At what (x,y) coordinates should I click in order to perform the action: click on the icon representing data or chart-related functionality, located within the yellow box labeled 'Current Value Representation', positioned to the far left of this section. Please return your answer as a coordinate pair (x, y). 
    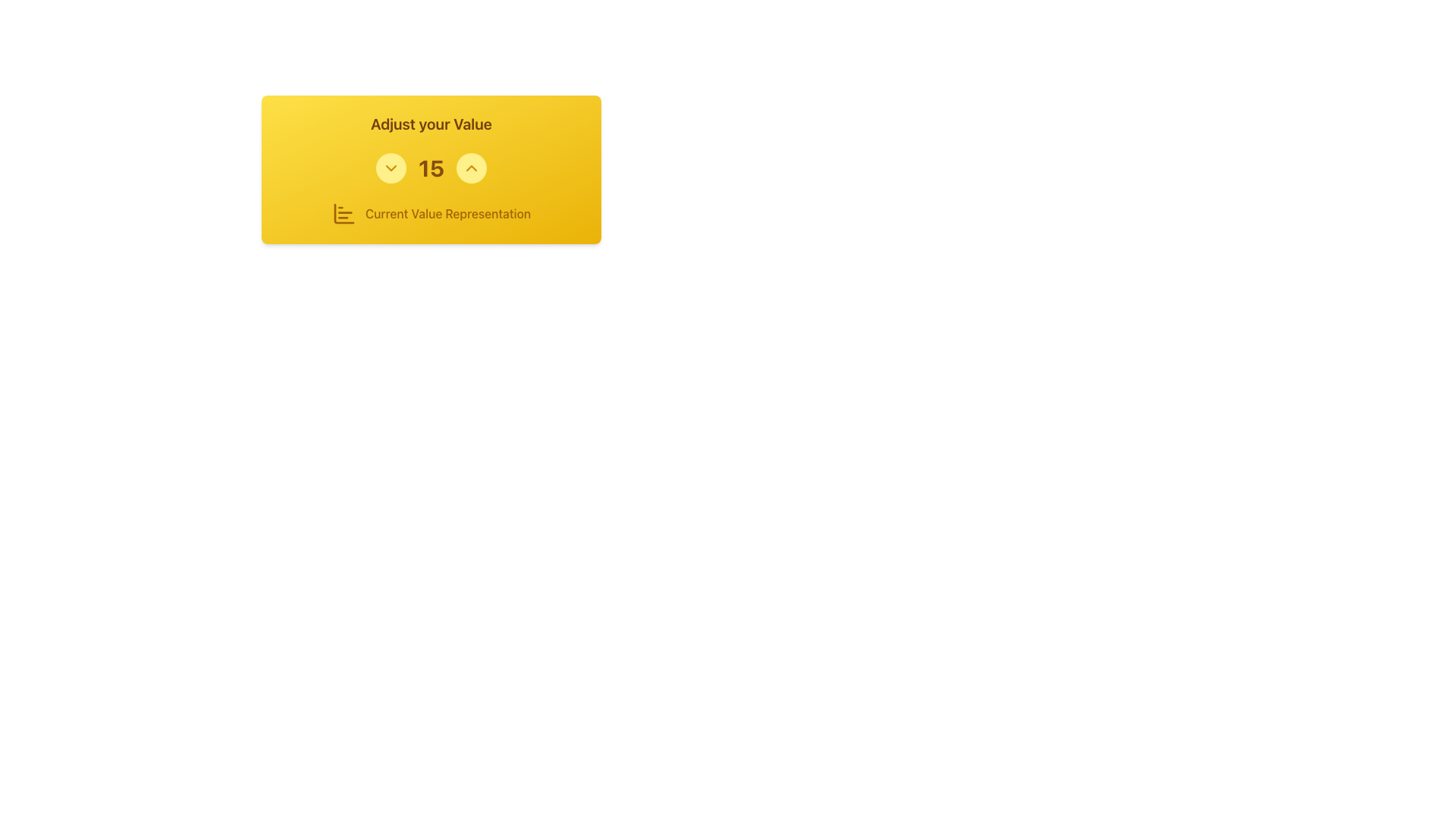
    Looking at the image, I should click on (343, 213).